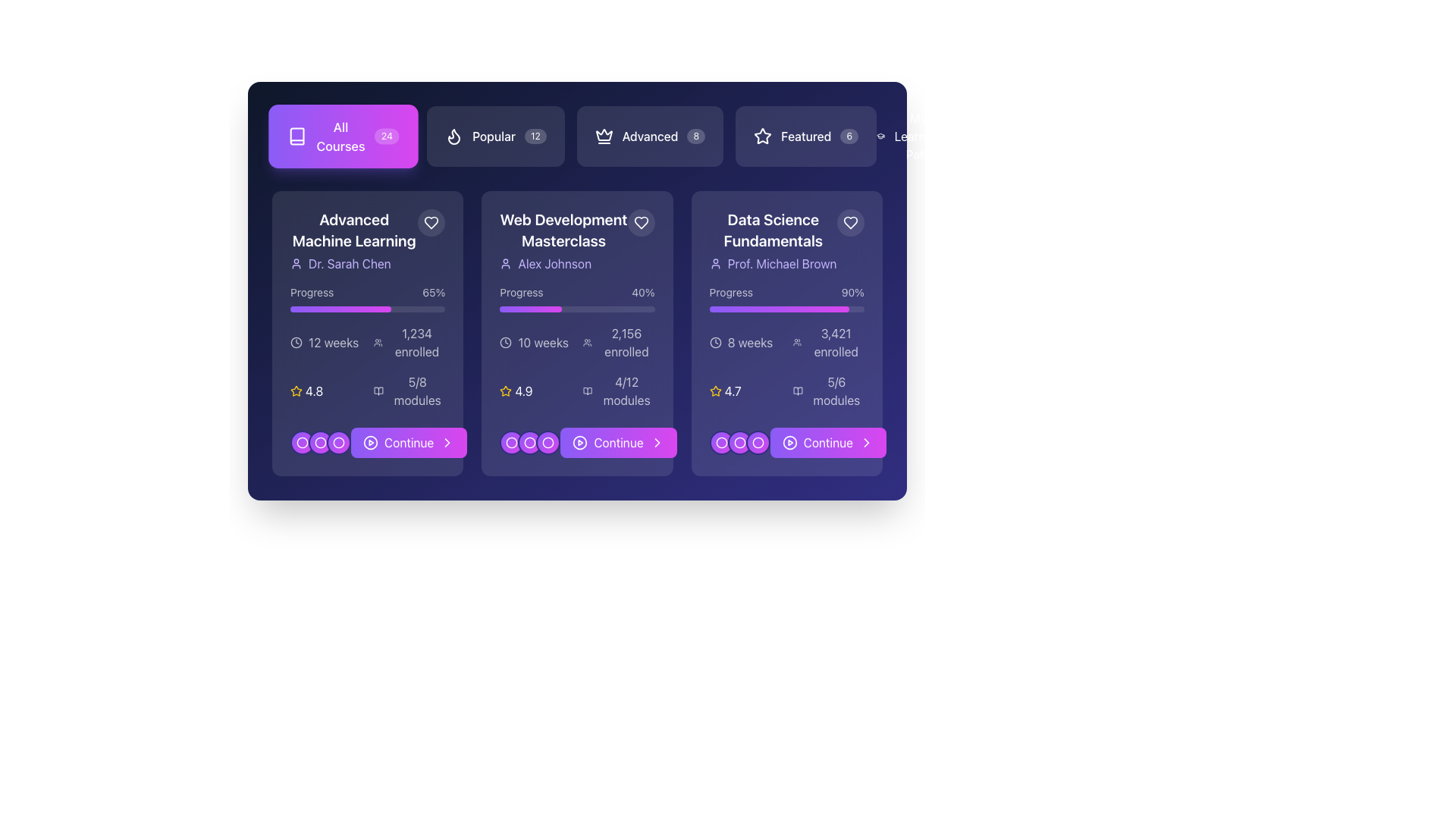 This screenshot has width=1456, height=819. Describe the element at coordinates (319, 442) in the screenshot. I see `the second circular icon with a violet-to-fuchsia gradient background and a white outline, located below the text 'Advanced Machine Learning' and adjacent to the 'Continue' button` at that location.